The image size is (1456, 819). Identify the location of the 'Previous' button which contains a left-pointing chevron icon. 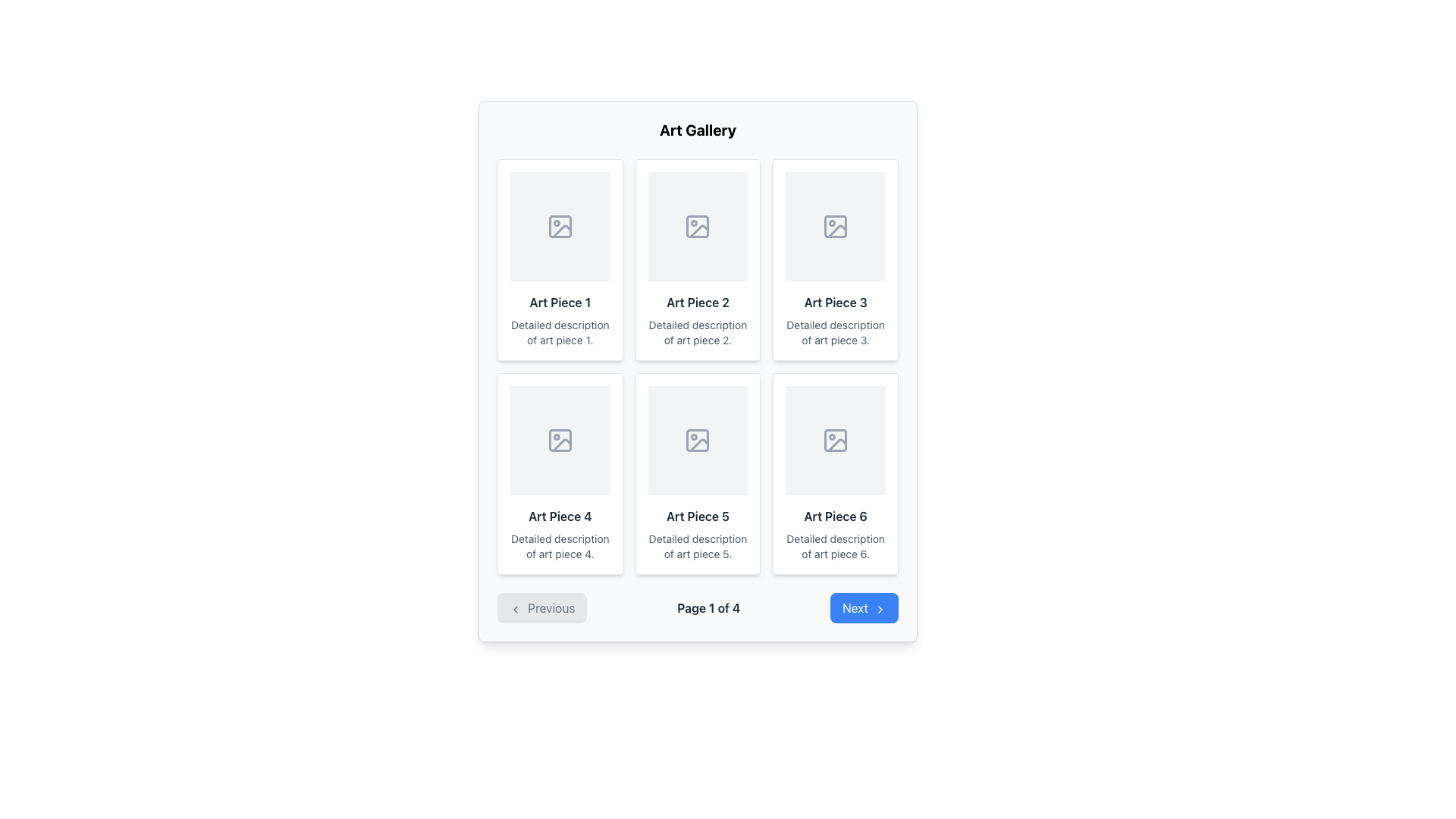
(516, 607).